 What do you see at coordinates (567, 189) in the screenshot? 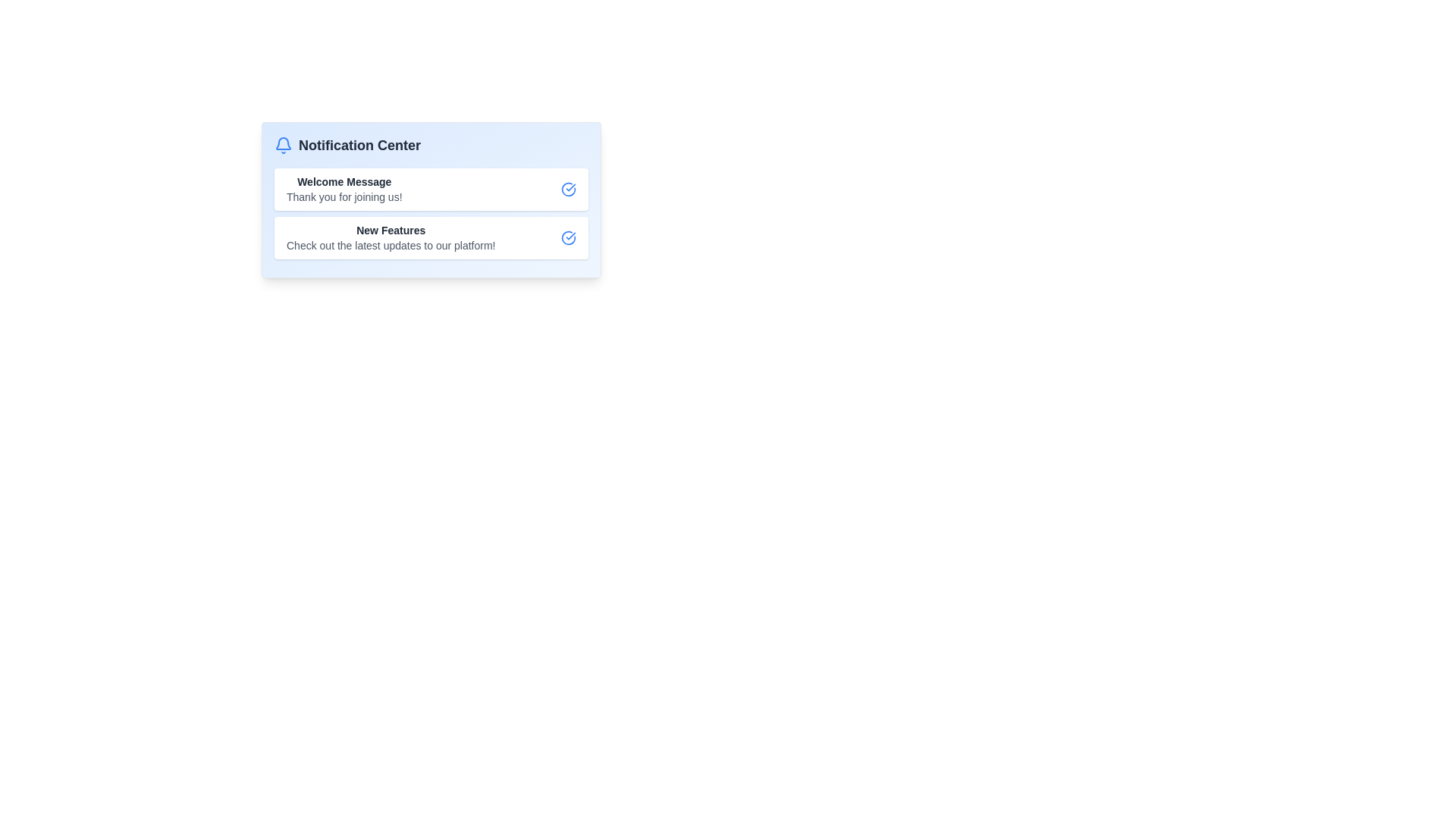
I see `the circular icon button with a checkmark, located in the top-right corner of the 'Welcome Message' notification box` at bounding box center [567, 189].